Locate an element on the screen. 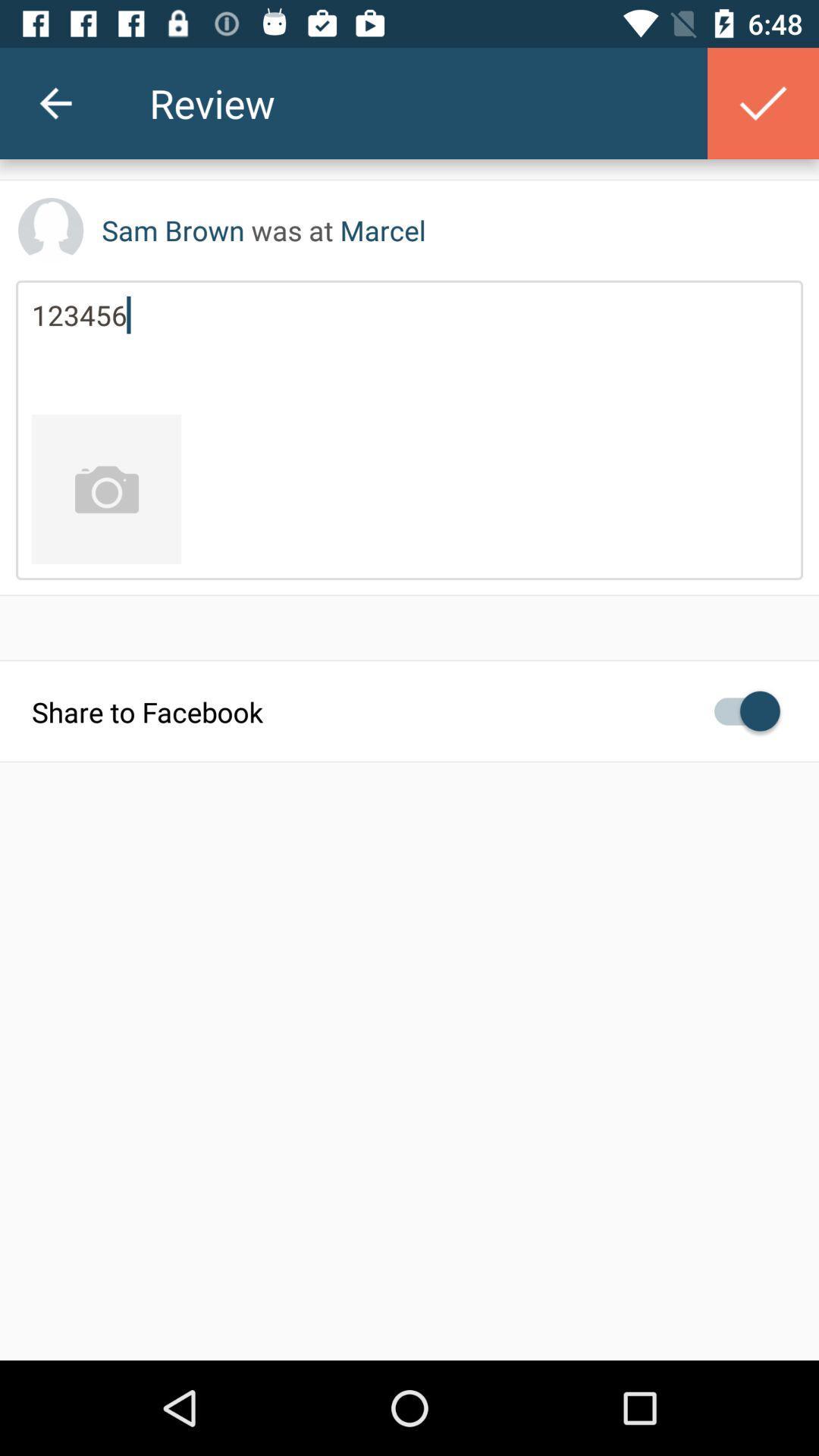  share to facebook icon is located at coordinates (409, 710).